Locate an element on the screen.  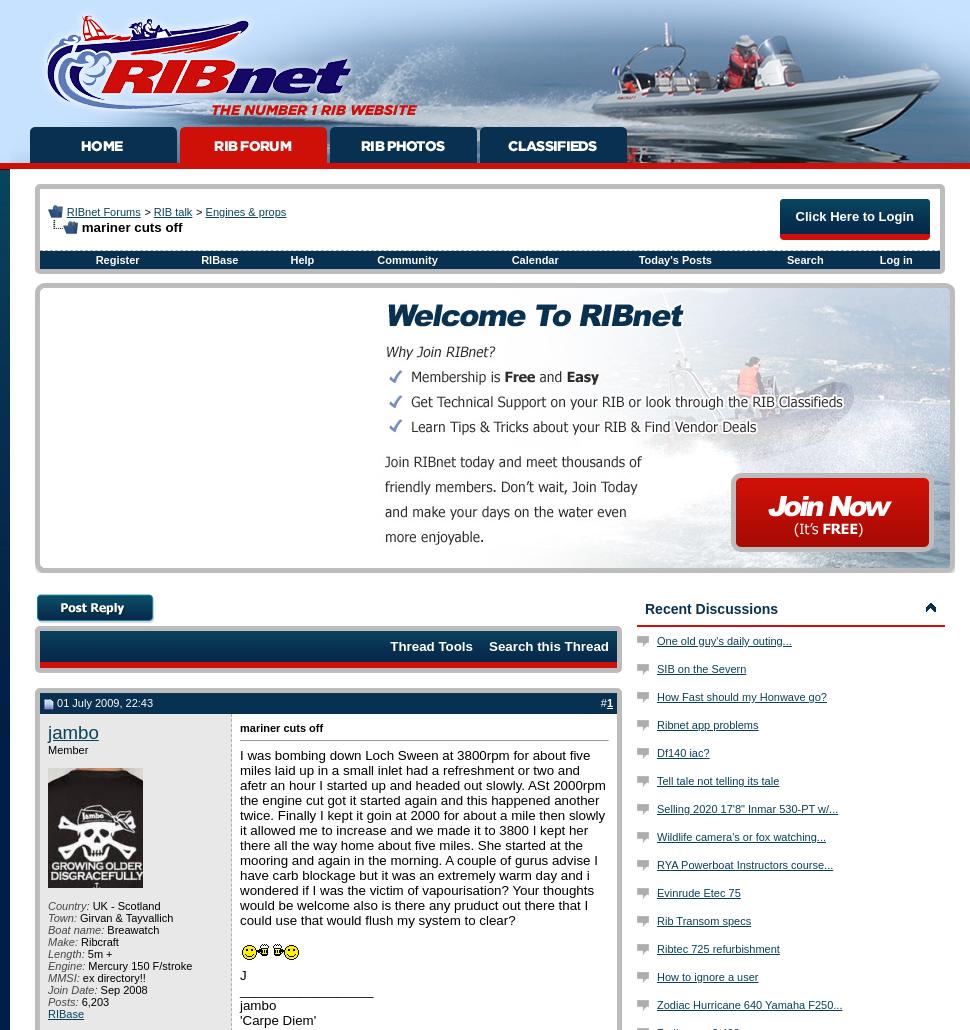
'One old guy's daily outing...' is located at coordinates (724, 639).